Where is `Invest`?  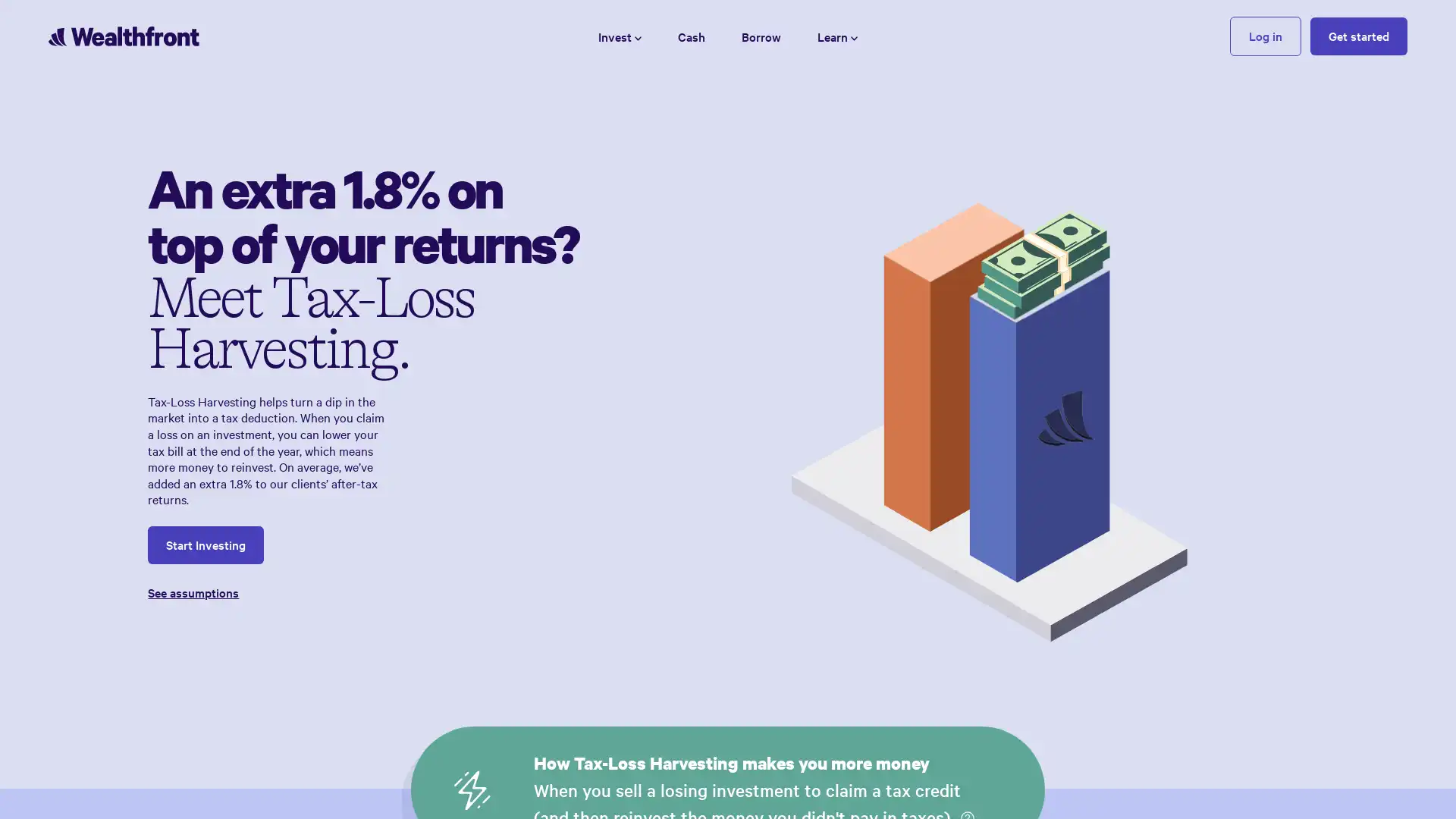 Invest is located at coordinates (620, 35).